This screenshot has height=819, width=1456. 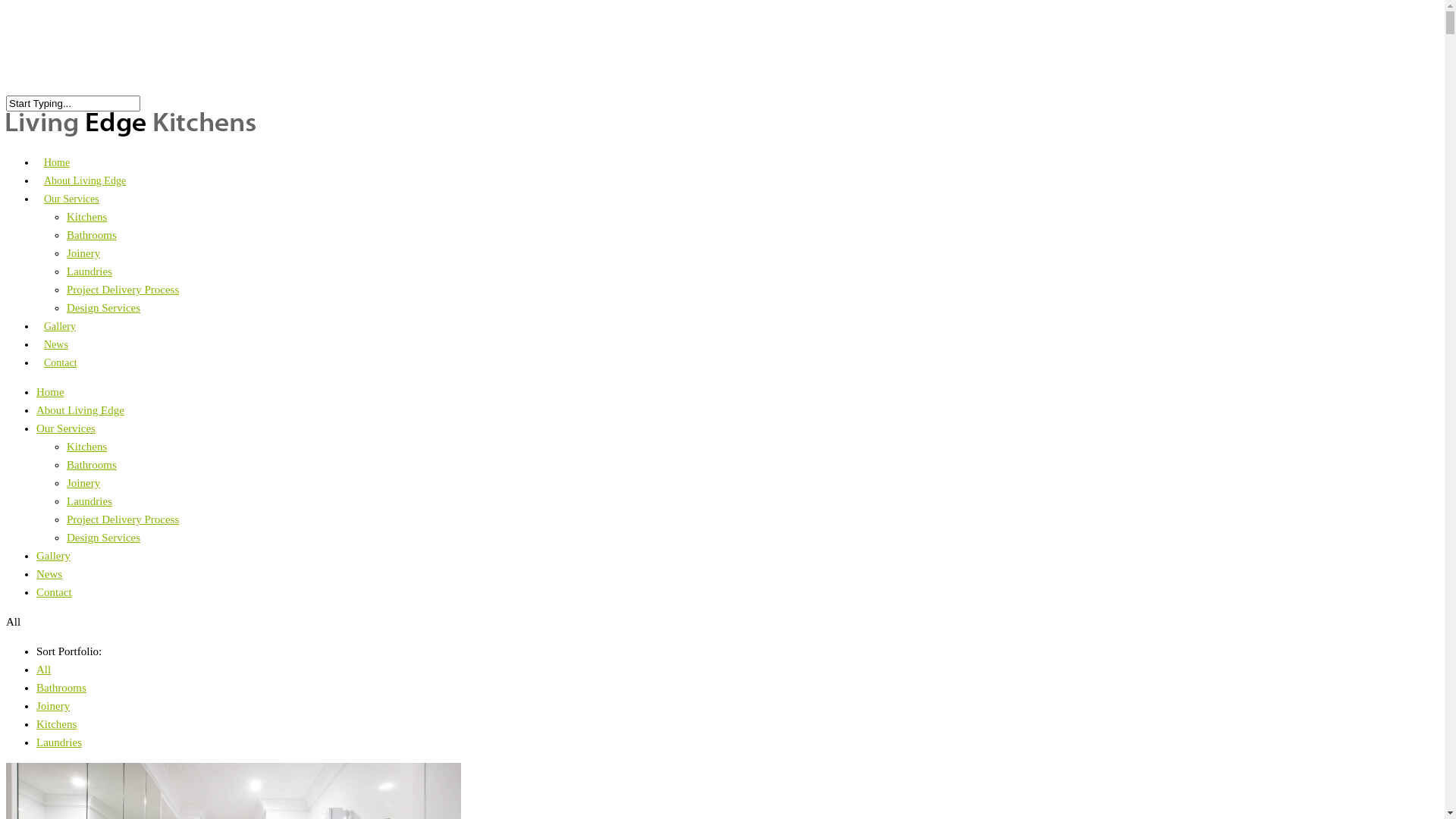 I want to click on 'Contact', so click(x=54, y=591).